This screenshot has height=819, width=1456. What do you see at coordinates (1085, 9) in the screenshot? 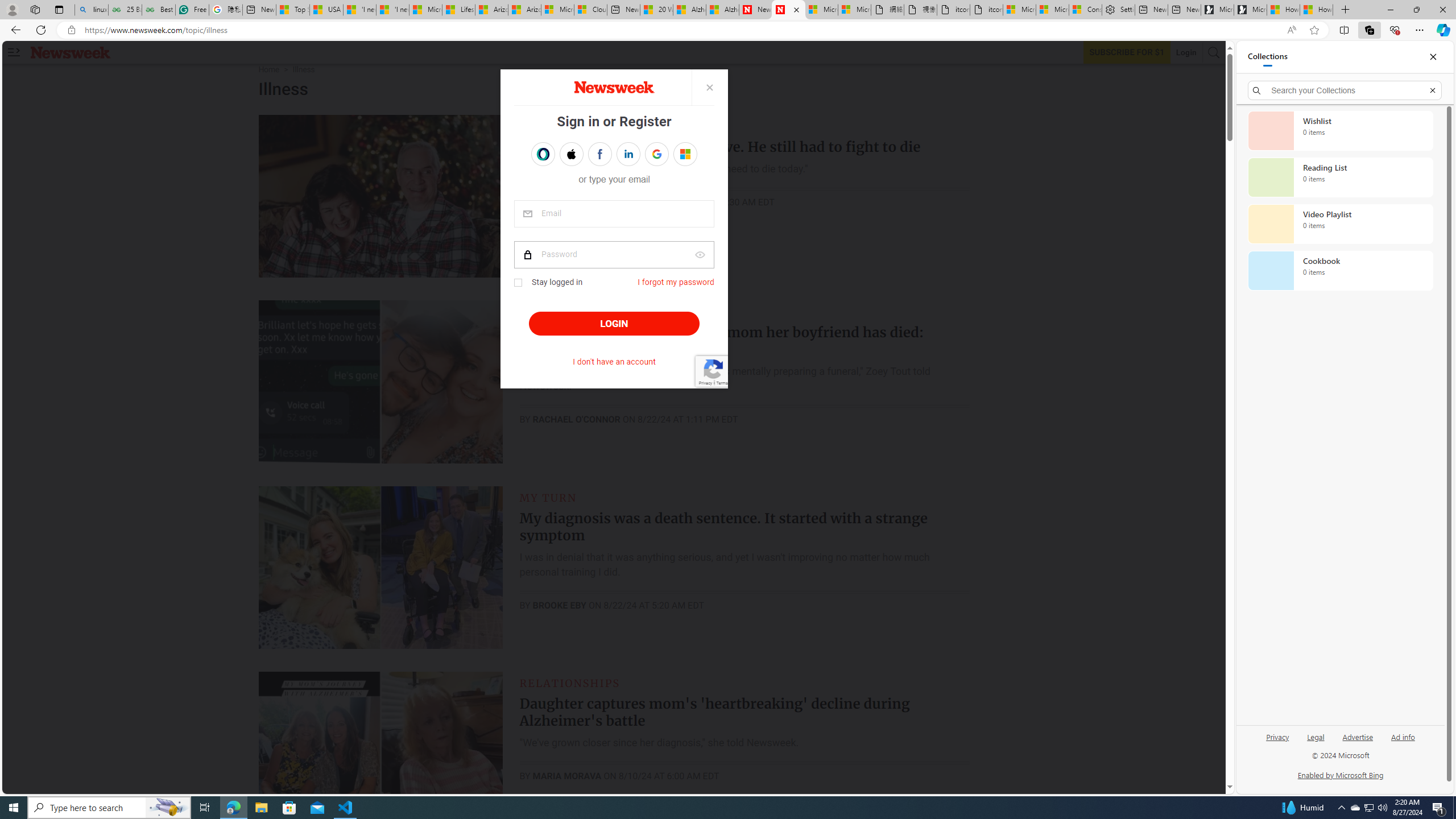
I see `'Consumer Health Data Privacy Policy'` at bounding box center [1085, 9].